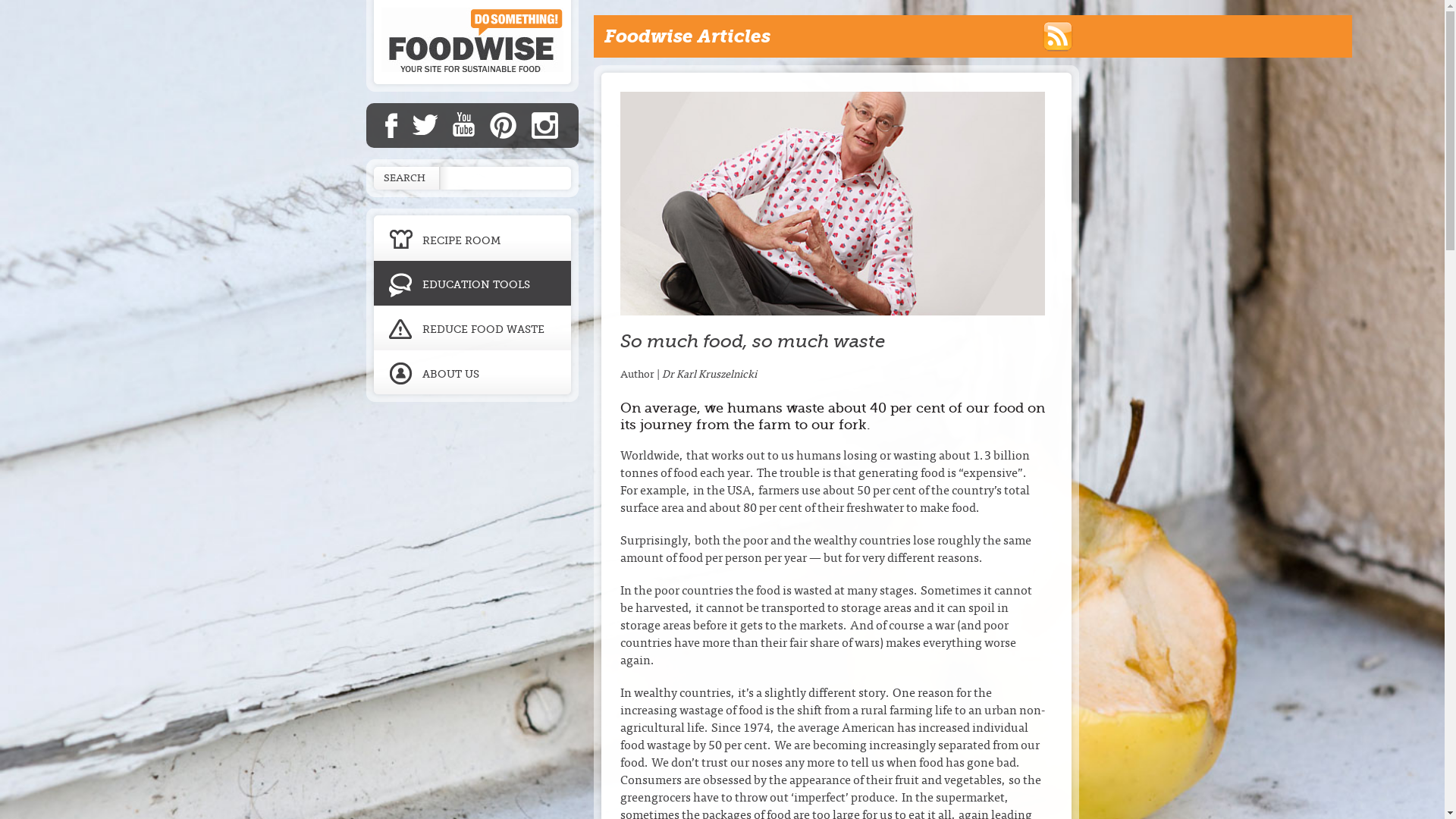 The height and width of the screenshot is (819, 1456). Describe the element at coordinates (531, 124) in the screenshot. I see `'Instagram'` at that location.